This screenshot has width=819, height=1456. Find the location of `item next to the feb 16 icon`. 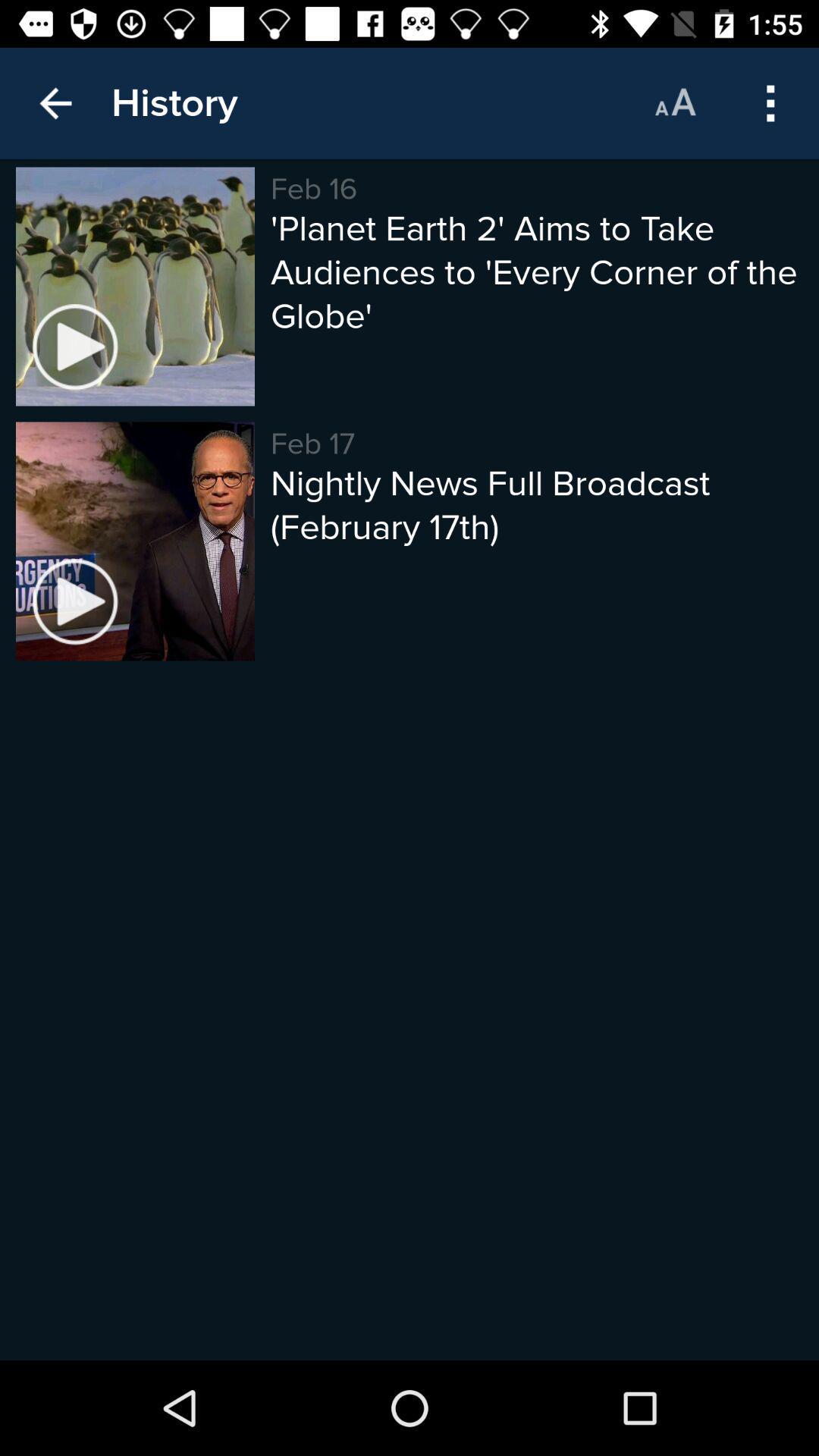

item next to the feb 16 icon is located at coordinates (174, 102).